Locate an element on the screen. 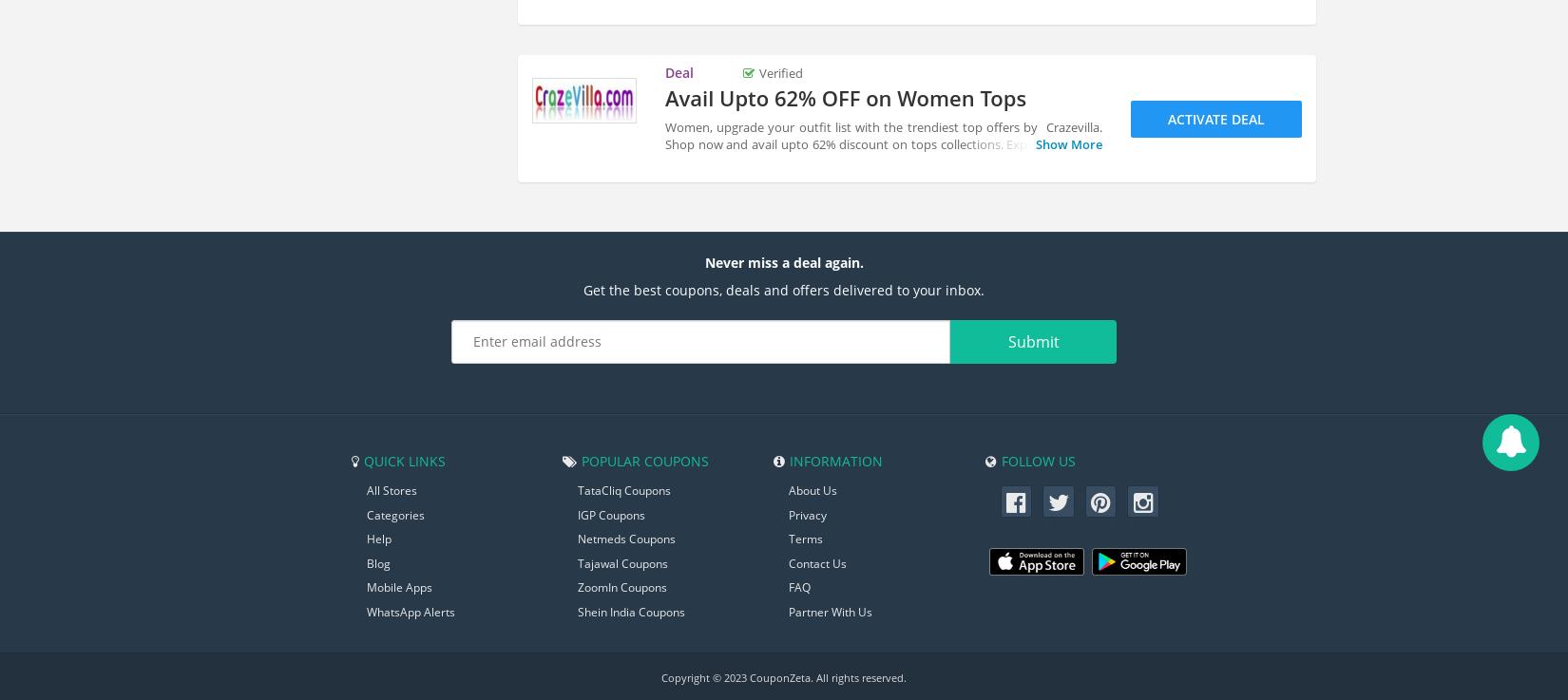 This screenshot has width=1568, height=700. 'Help' is located at coordinates (378, 539).